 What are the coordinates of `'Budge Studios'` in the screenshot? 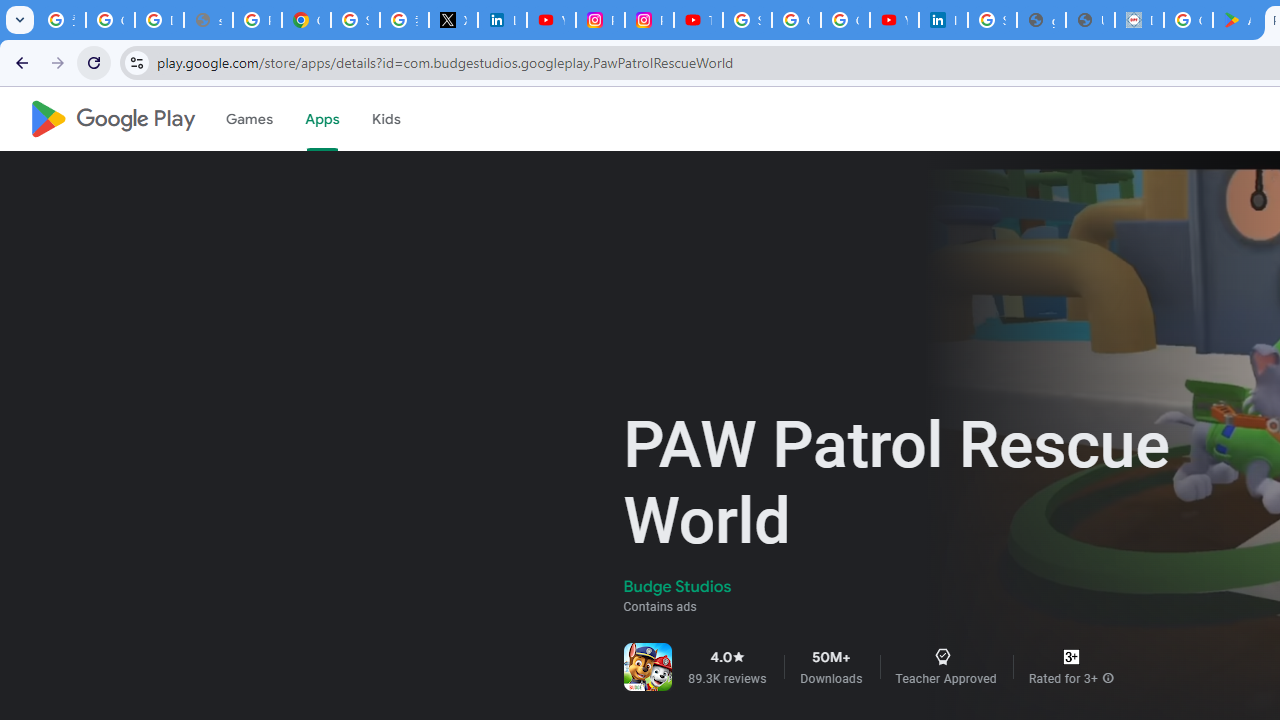 It's located at (677, 585).